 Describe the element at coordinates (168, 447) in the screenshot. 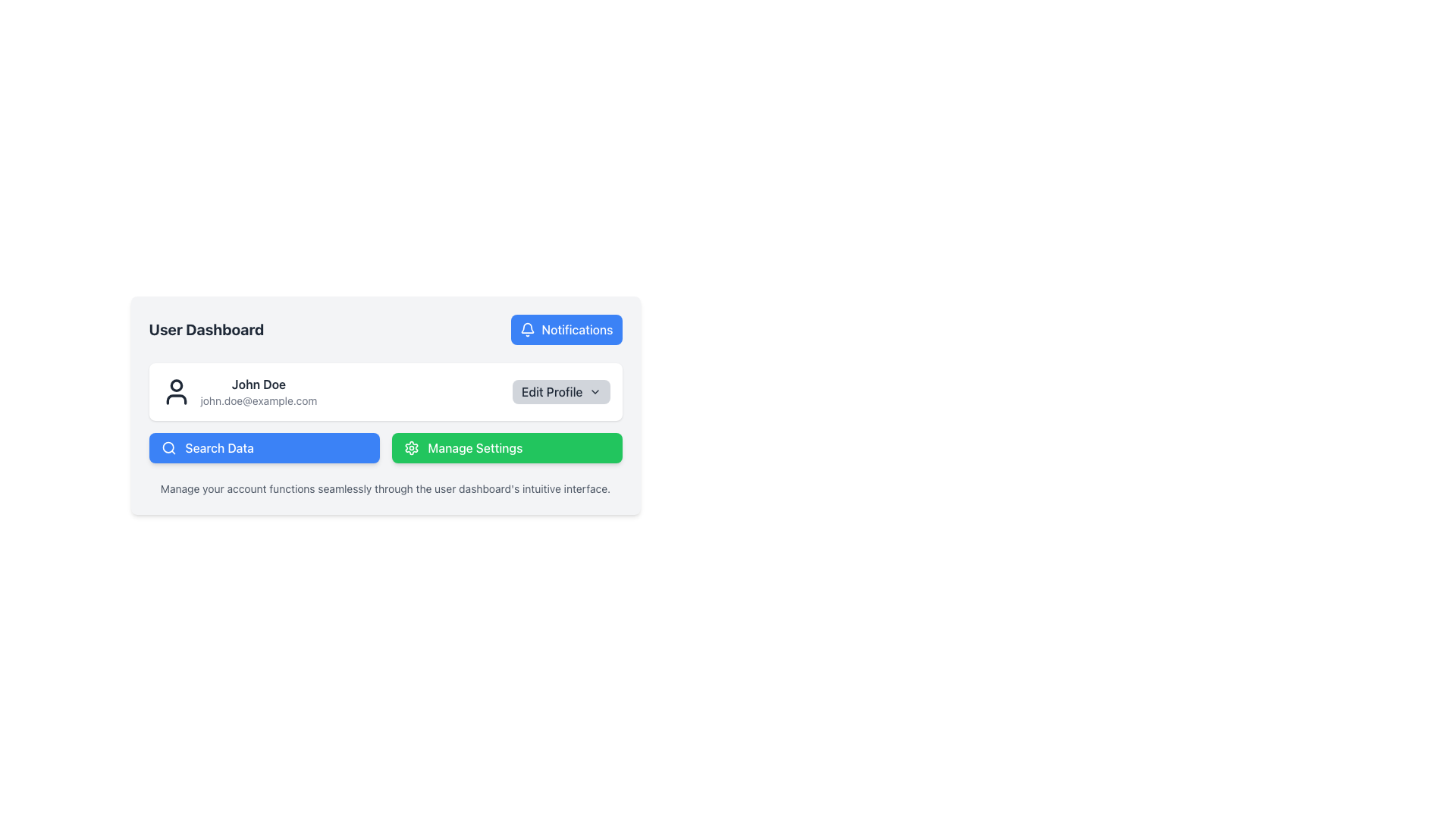

I see `the central circle representing the lens of the magnifying glass icon located in the middle left section of the blue 'Search Data' button` at that location.